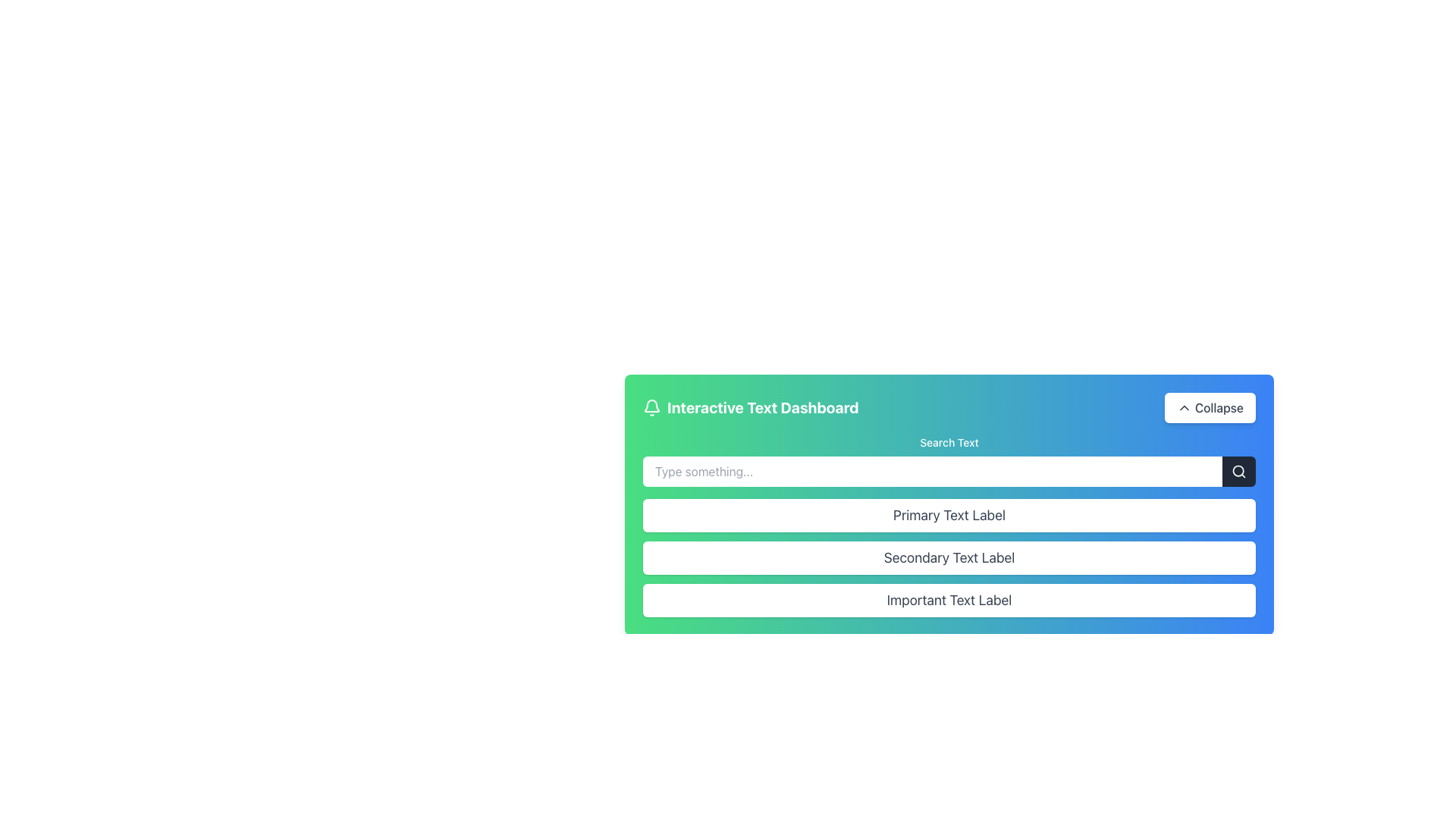 The height and width of the screenshot is (819, 1456). What do you see at coordinates (949, 526) in the screenshot?
I see `the 'Primary Text Label' which is a rectangular label with rounded corners and a white background` at bounding box center [949, 526].